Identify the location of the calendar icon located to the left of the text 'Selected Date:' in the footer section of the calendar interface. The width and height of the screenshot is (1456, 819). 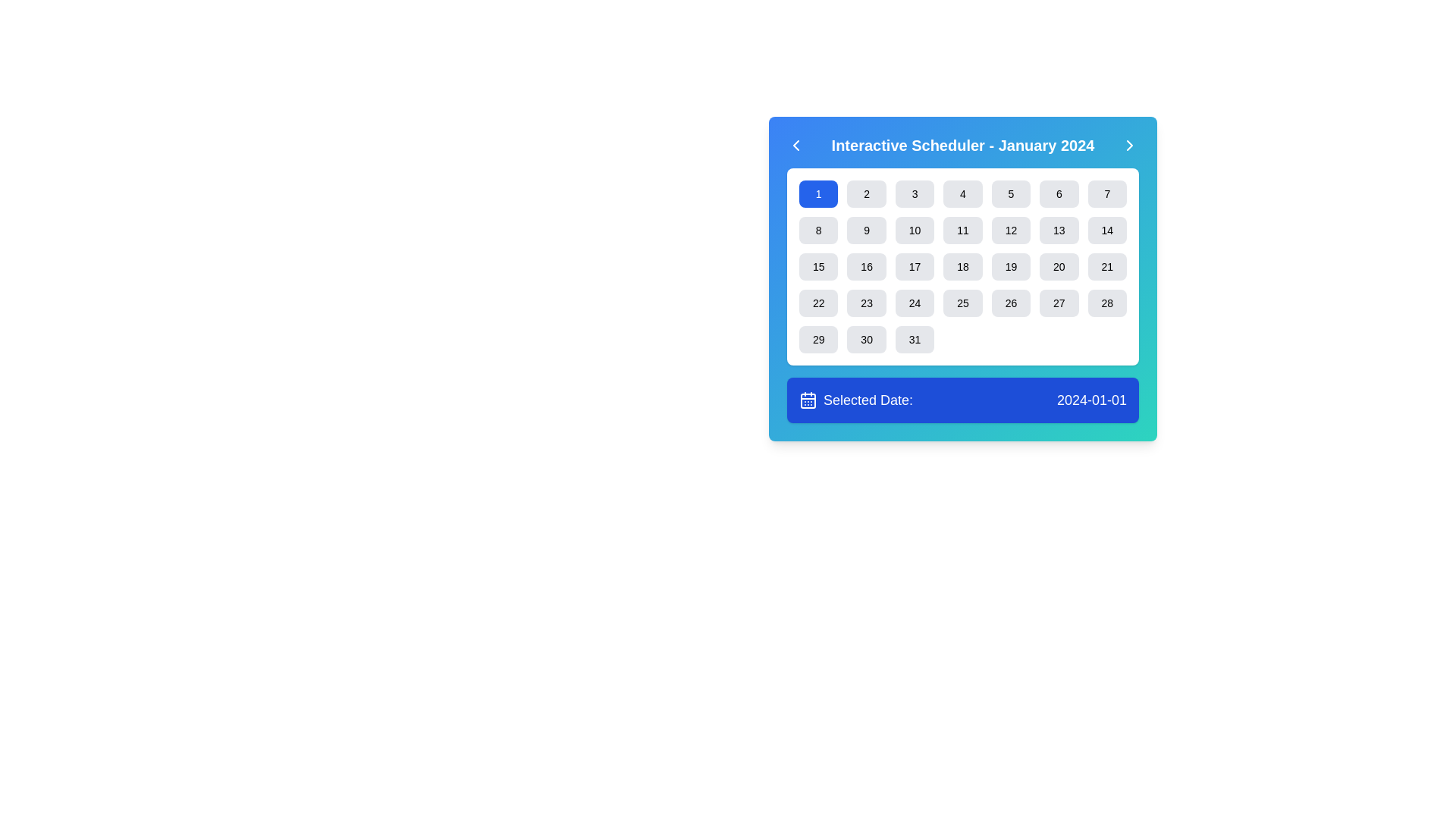
(807, 400).